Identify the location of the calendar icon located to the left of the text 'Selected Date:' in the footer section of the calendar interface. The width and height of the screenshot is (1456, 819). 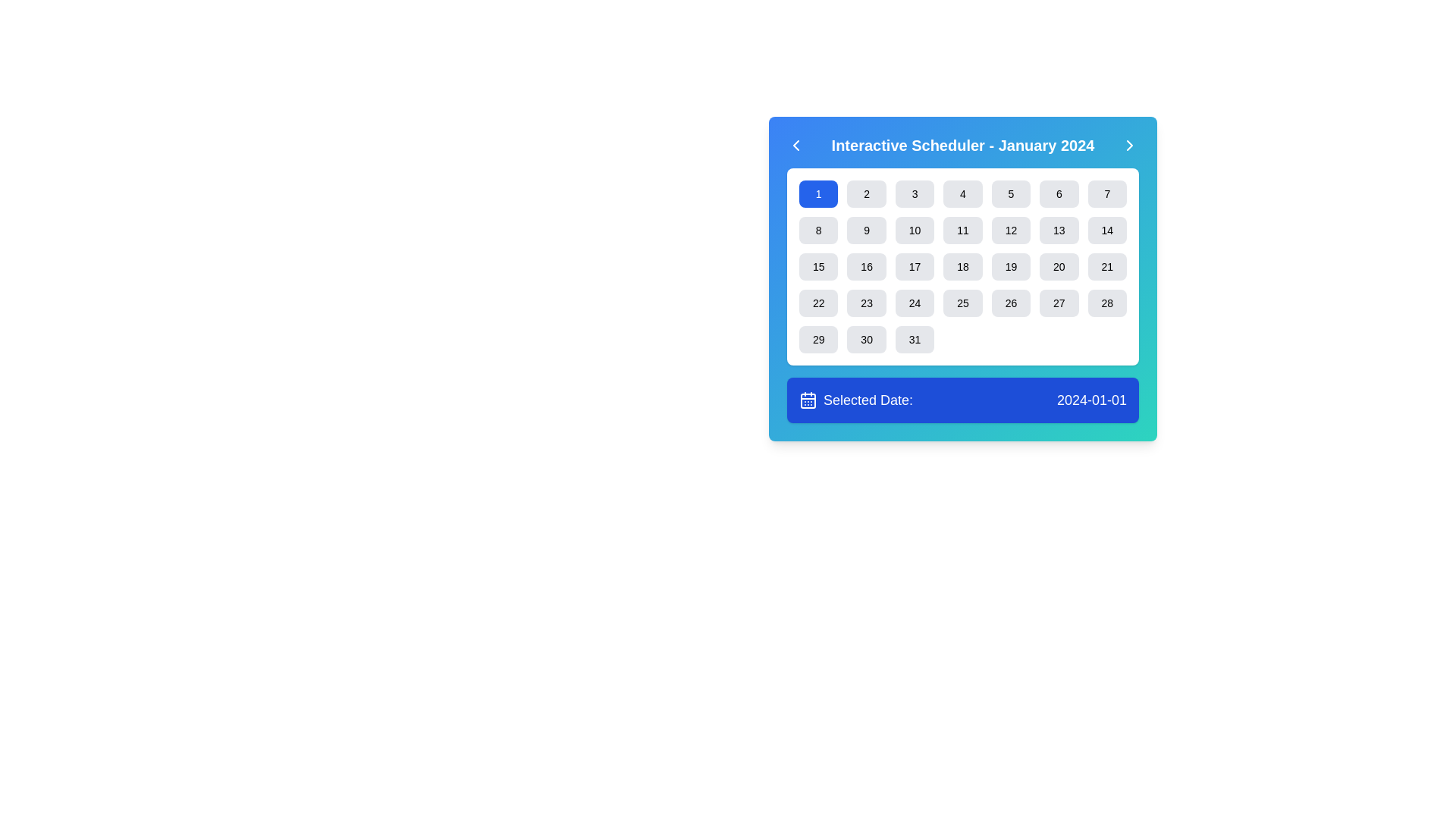
(807, 400).